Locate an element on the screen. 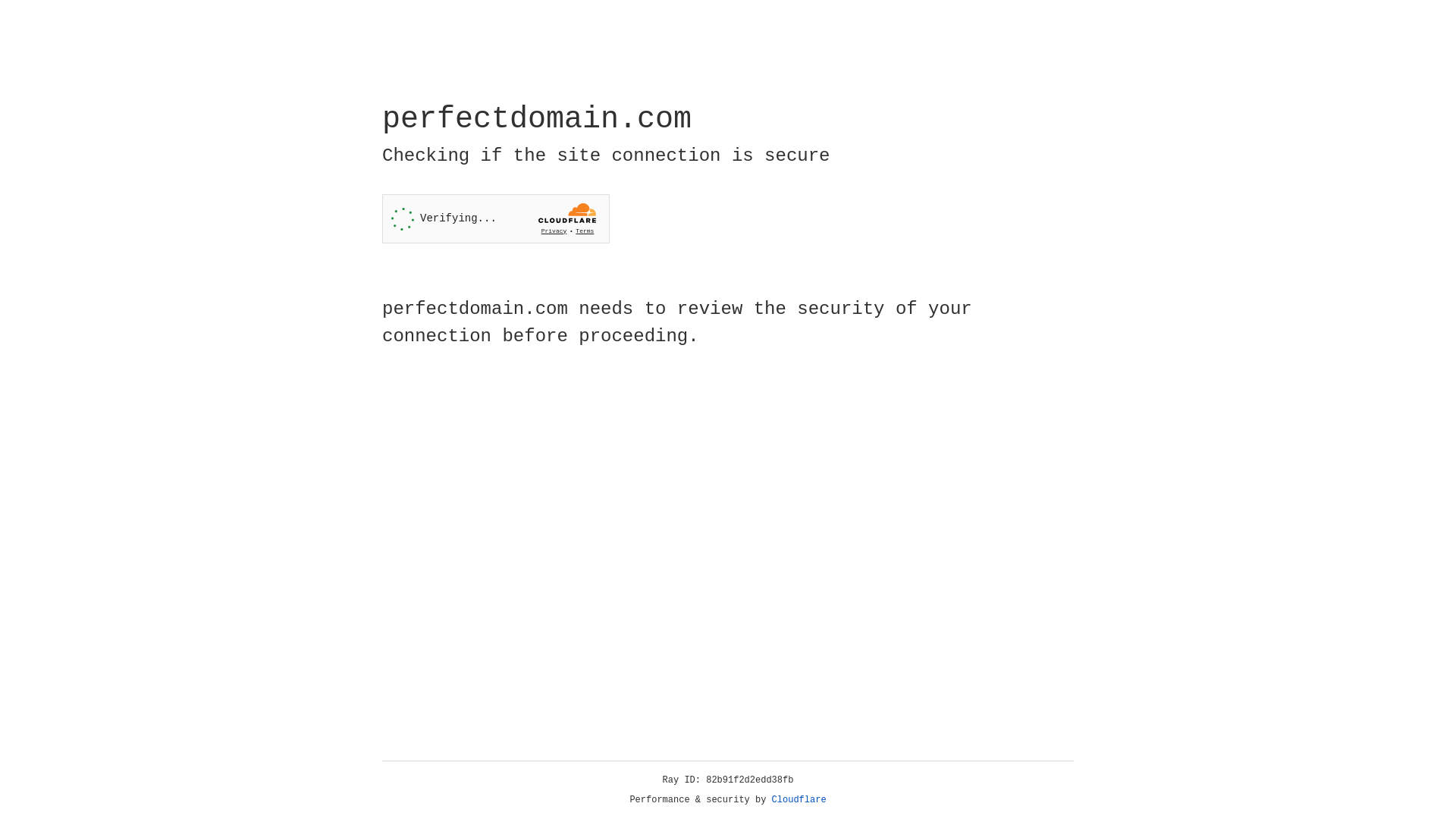 The image size is (1456, 819). 'Cloudflare' is located at coordinates (799, 799).